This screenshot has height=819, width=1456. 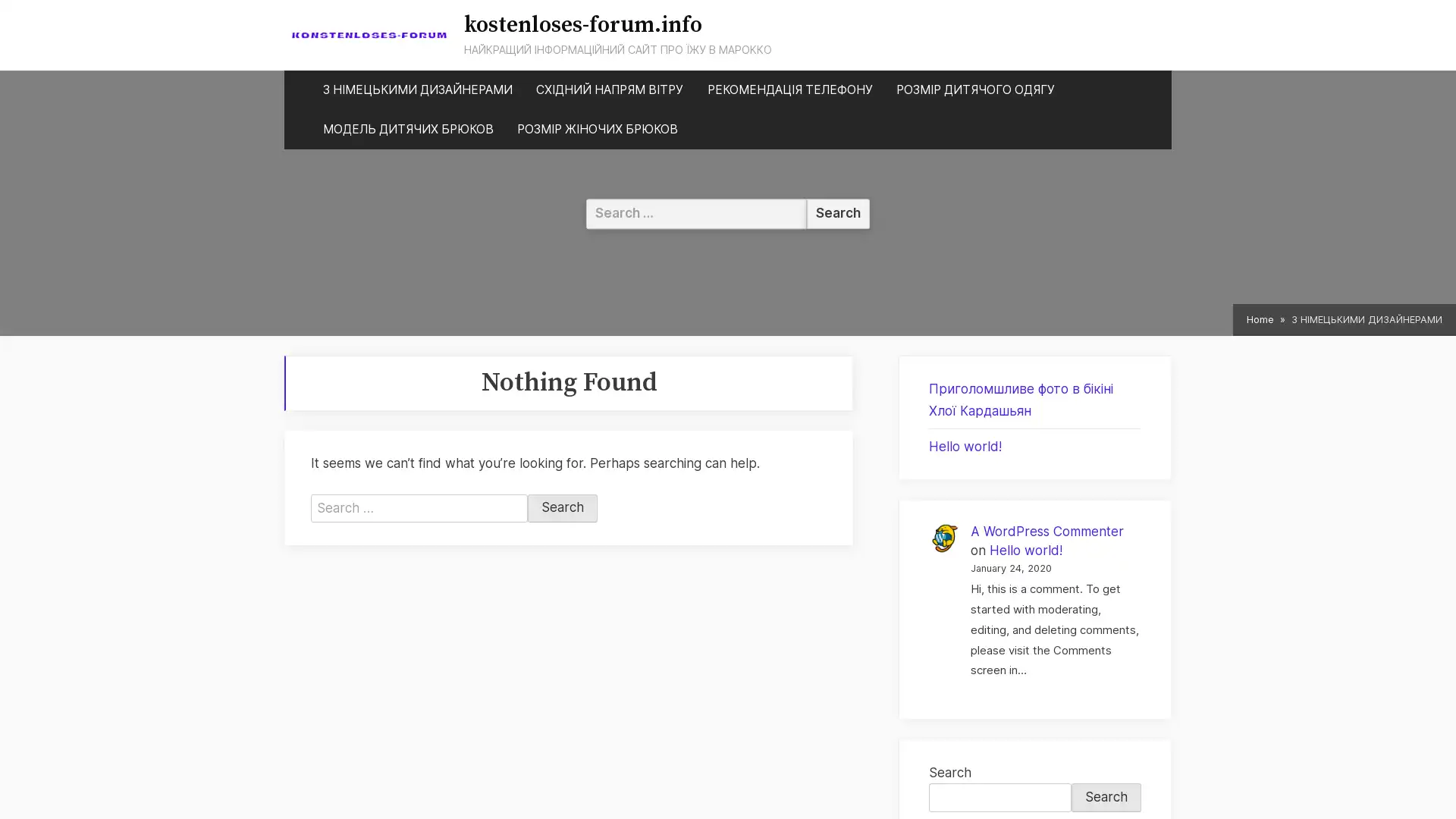 What do you see at coordinates (1106, 796) in the screenshot?
I see `Search` at bounding box center [1106, 796].